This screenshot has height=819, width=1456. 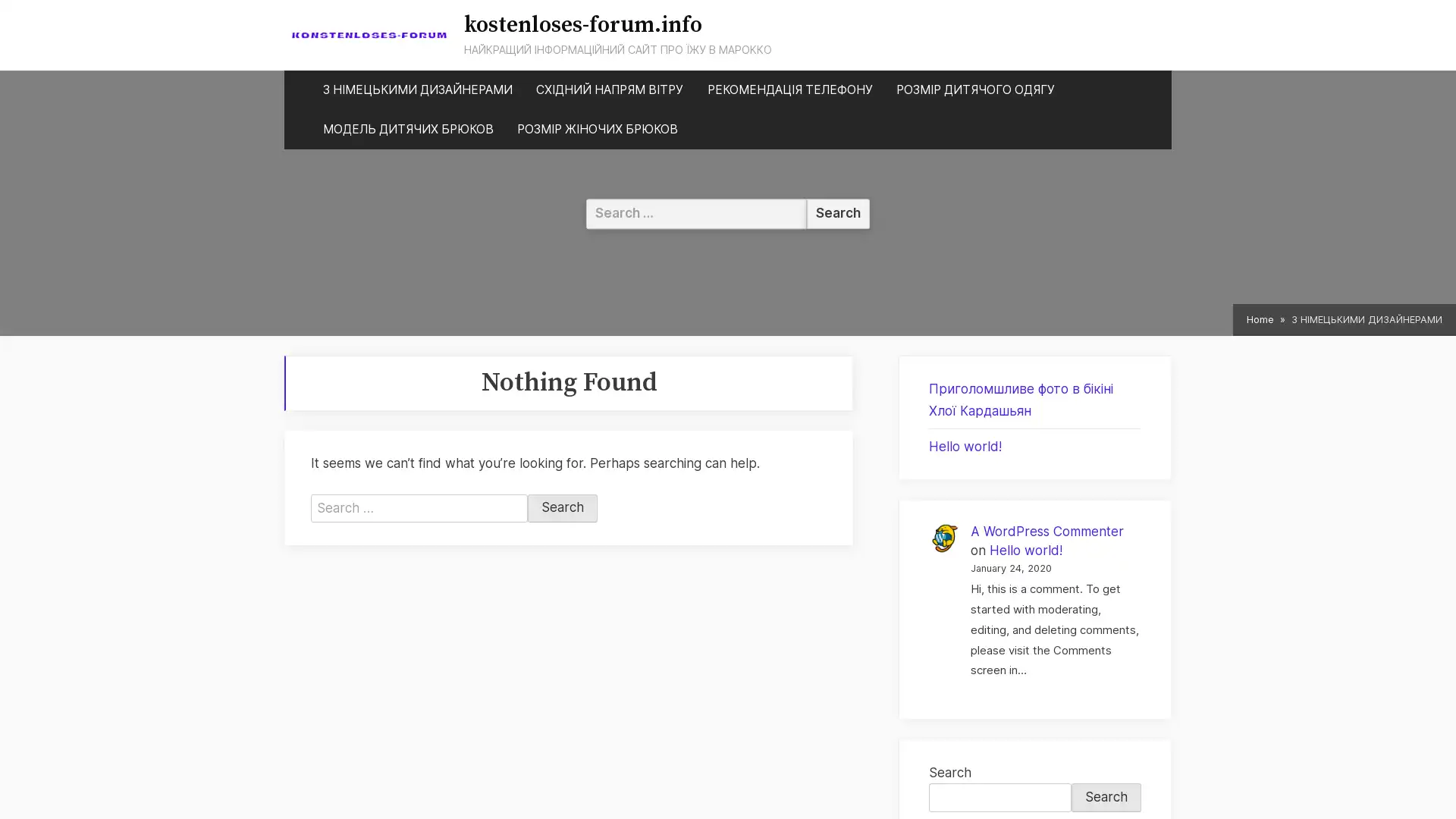 What do you see at coordinates (1106, 796) in the screenshot?
I see `Search` at bounding box center [1106, 796].